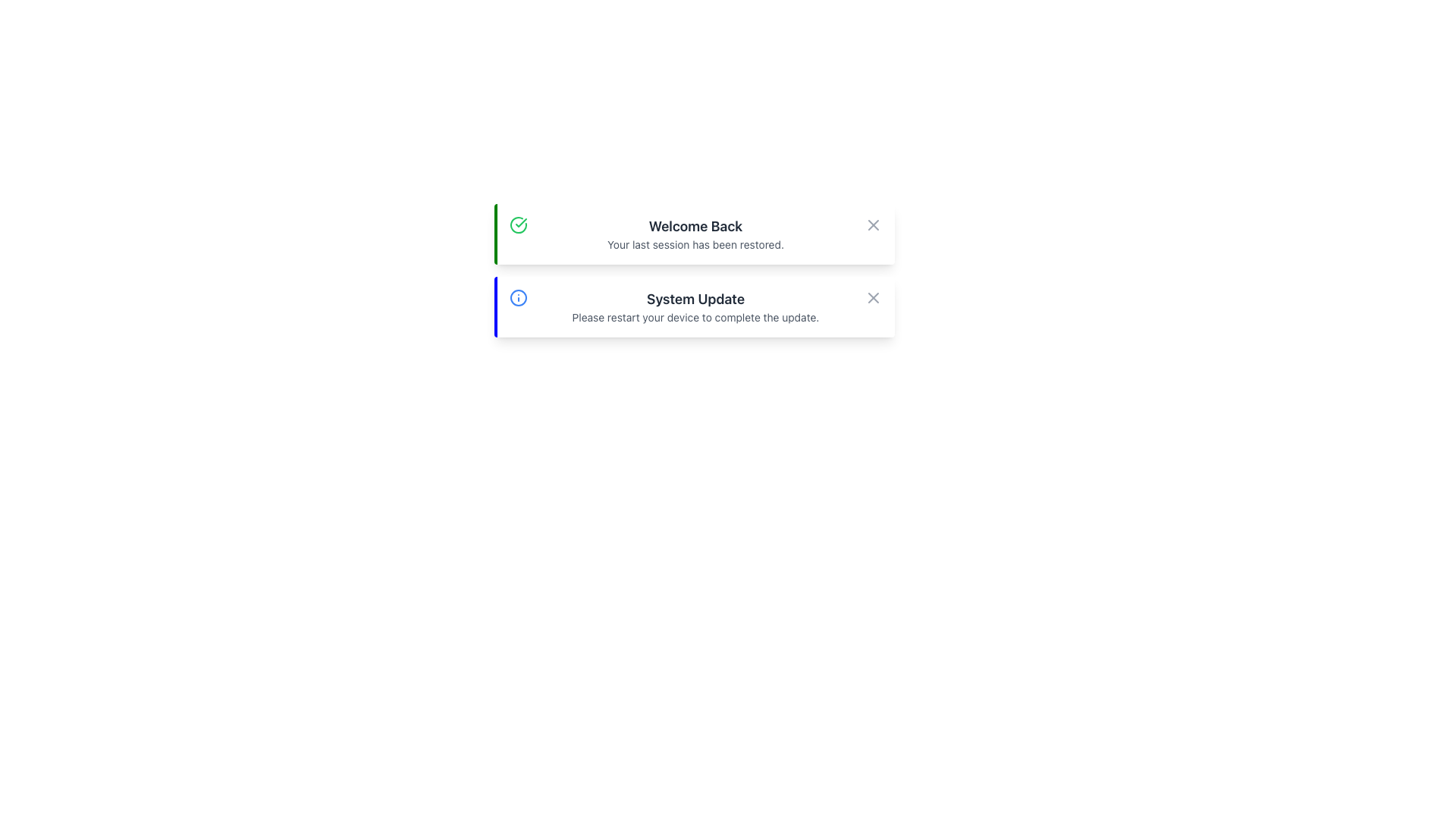 Image resolution: width=1456 pixels, height=819 pixels. I want to click on the close button represented by an 'X' icon in the top-right corner of the notification box to change its appearance, so click(873, 225).